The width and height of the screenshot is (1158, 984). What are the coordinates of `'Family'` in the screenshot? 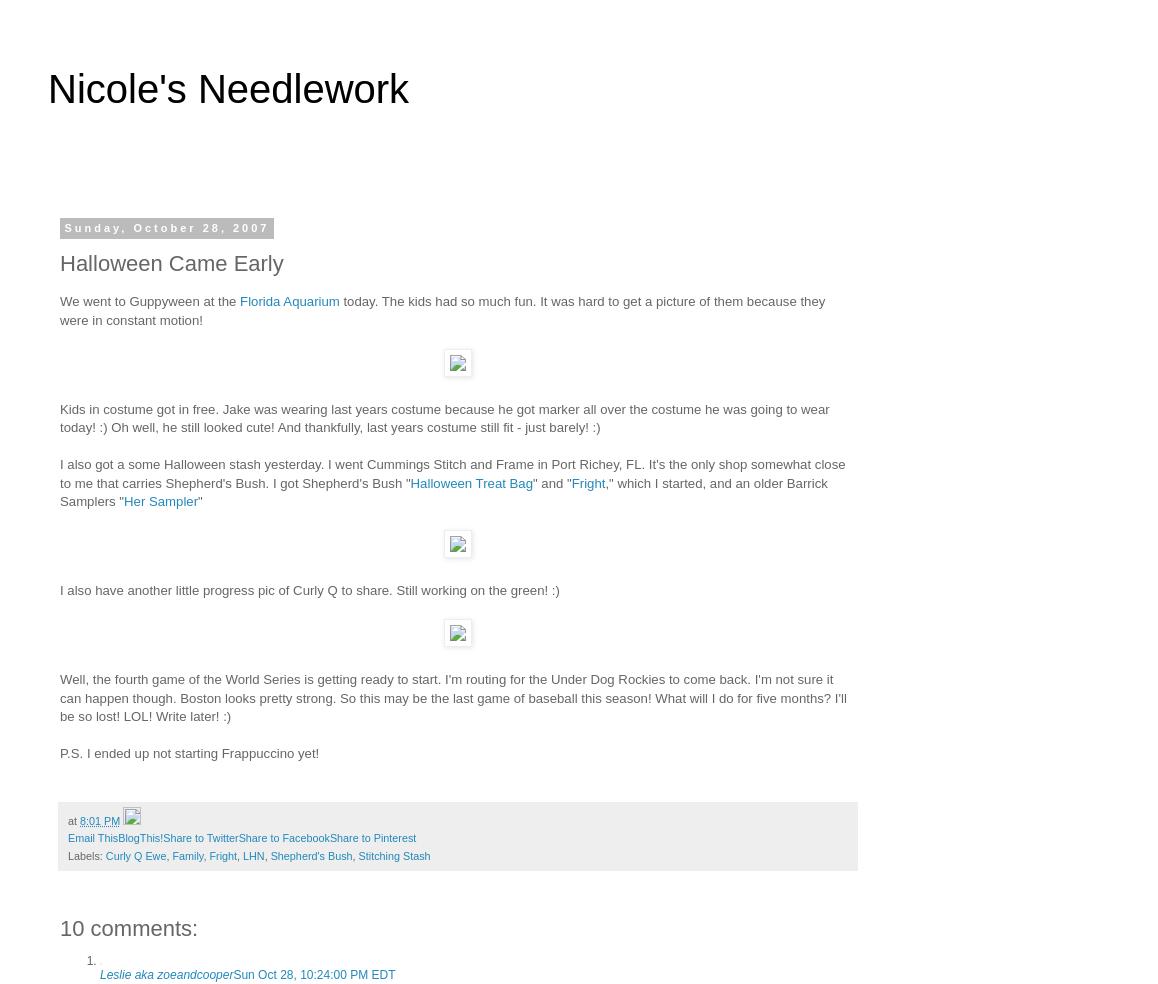 It's located at (187, 853).